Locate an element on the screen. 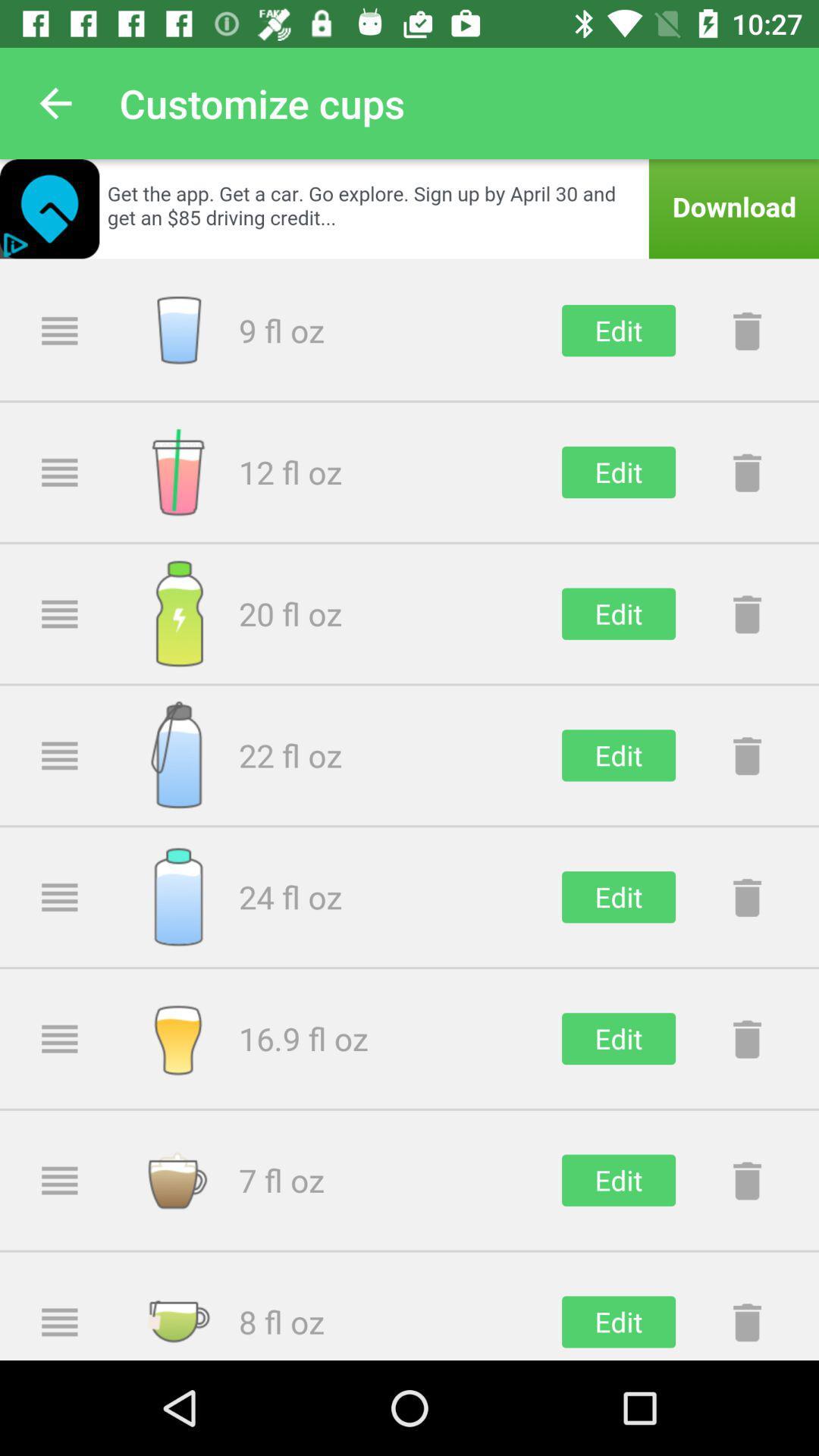 This screenshot has height=1456, width=819. delete page is located at coordinates (746, 330).